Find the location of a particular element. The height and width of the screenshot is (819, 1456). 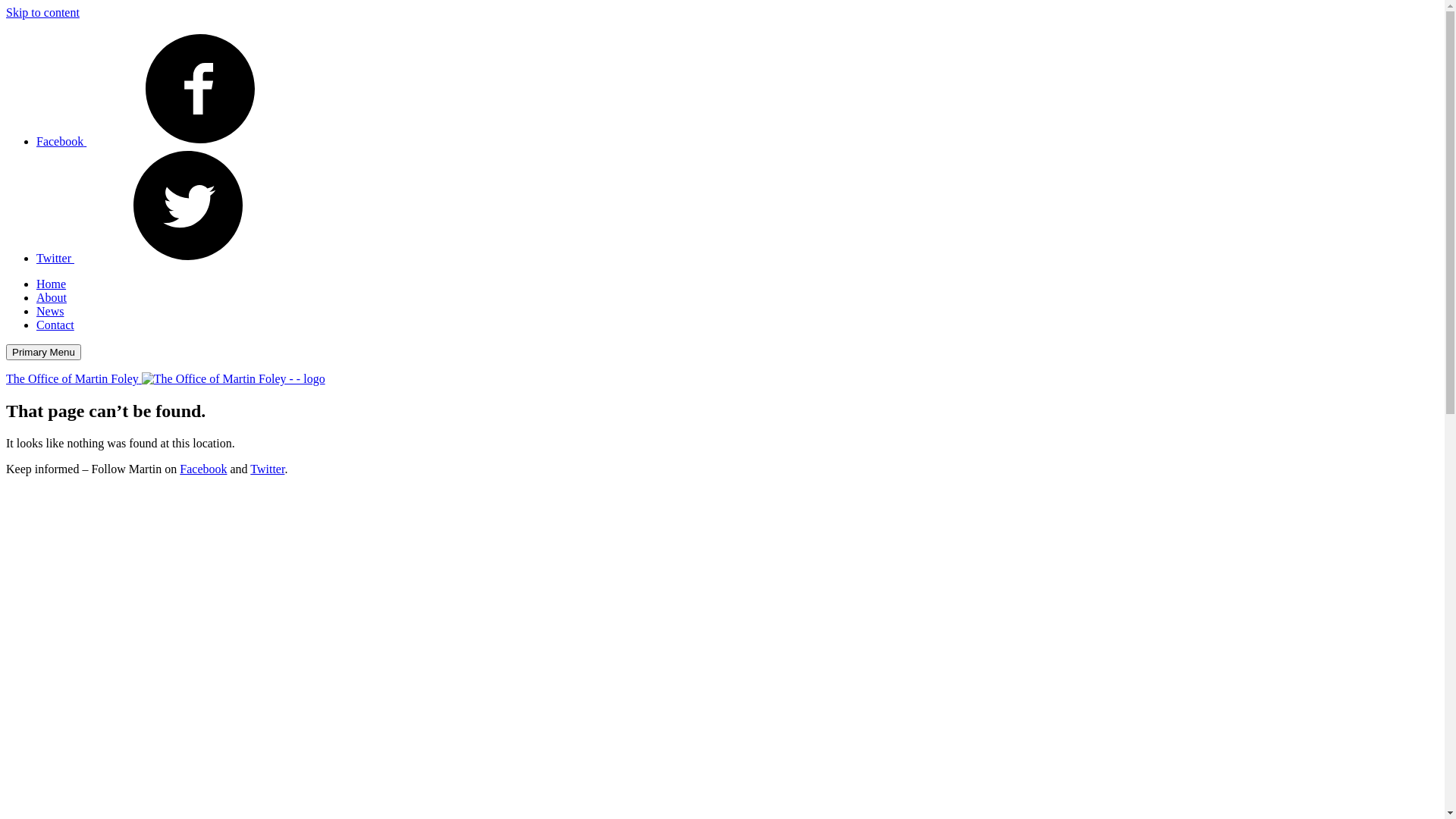

'Home' is located at coordinates (51, 284).